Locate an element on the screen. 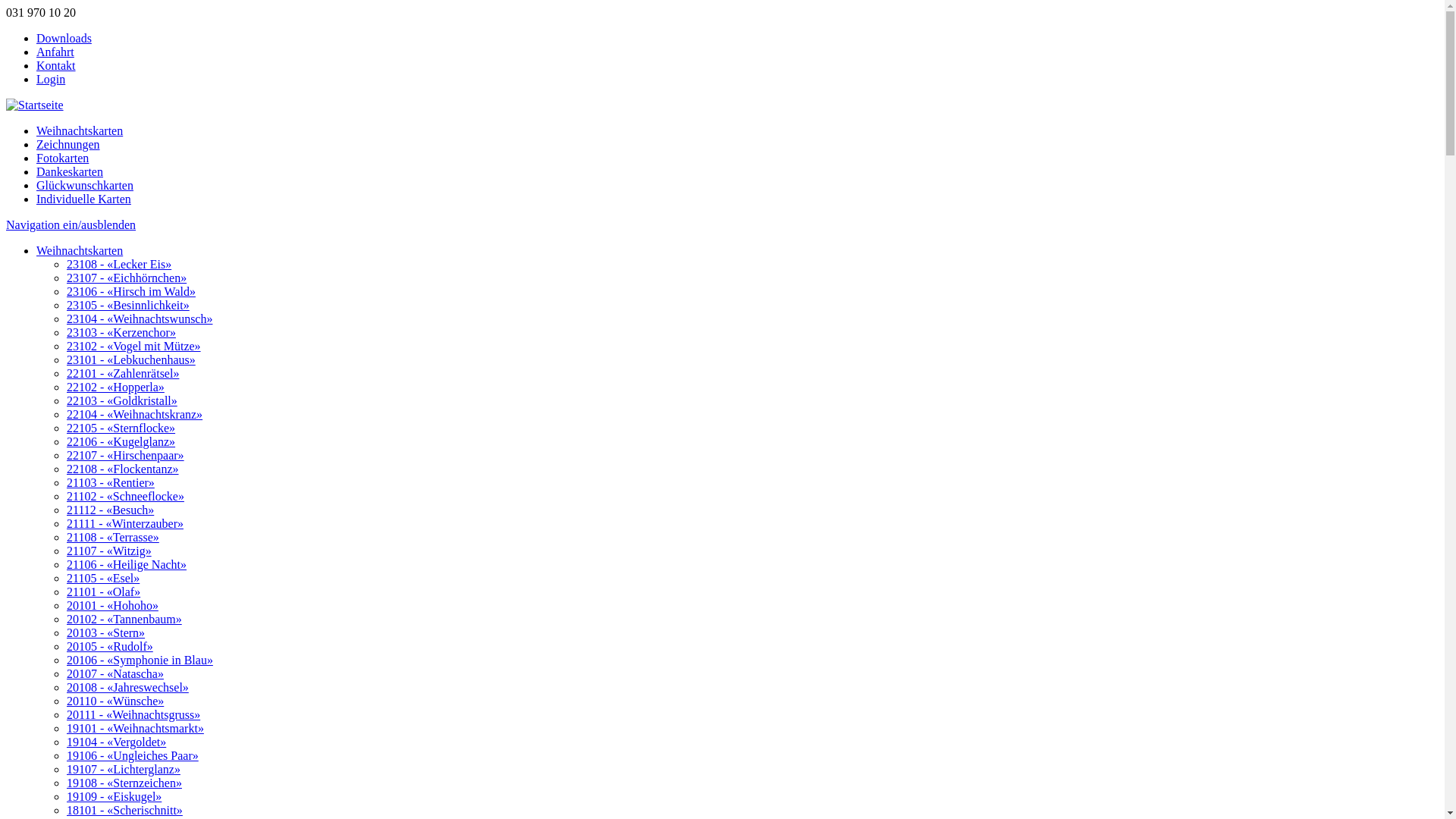  'Dankeskarten' is located at coordinates (68, 171).